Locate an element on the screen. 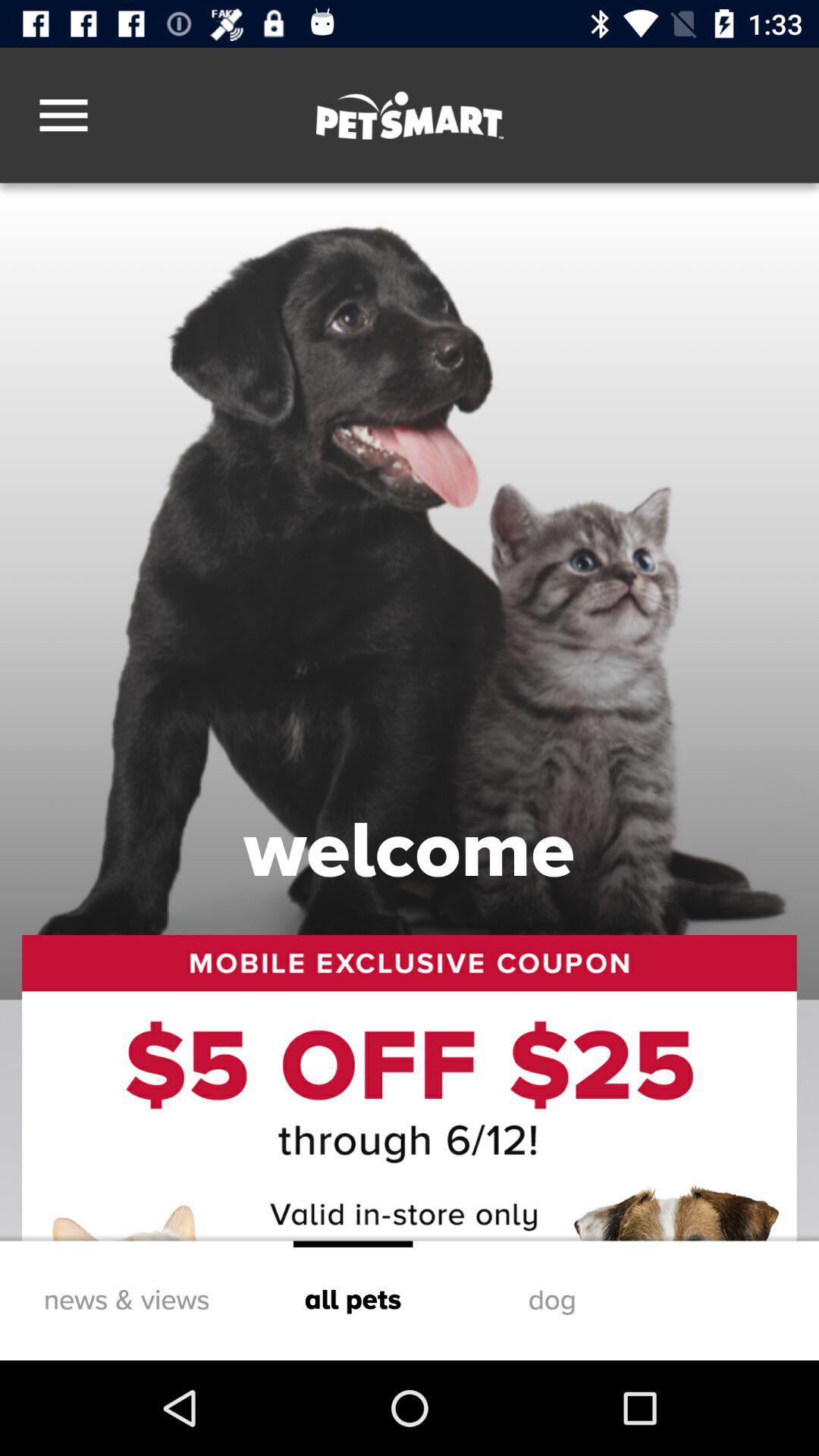  news & views item is located at coordinates (126, 1300).